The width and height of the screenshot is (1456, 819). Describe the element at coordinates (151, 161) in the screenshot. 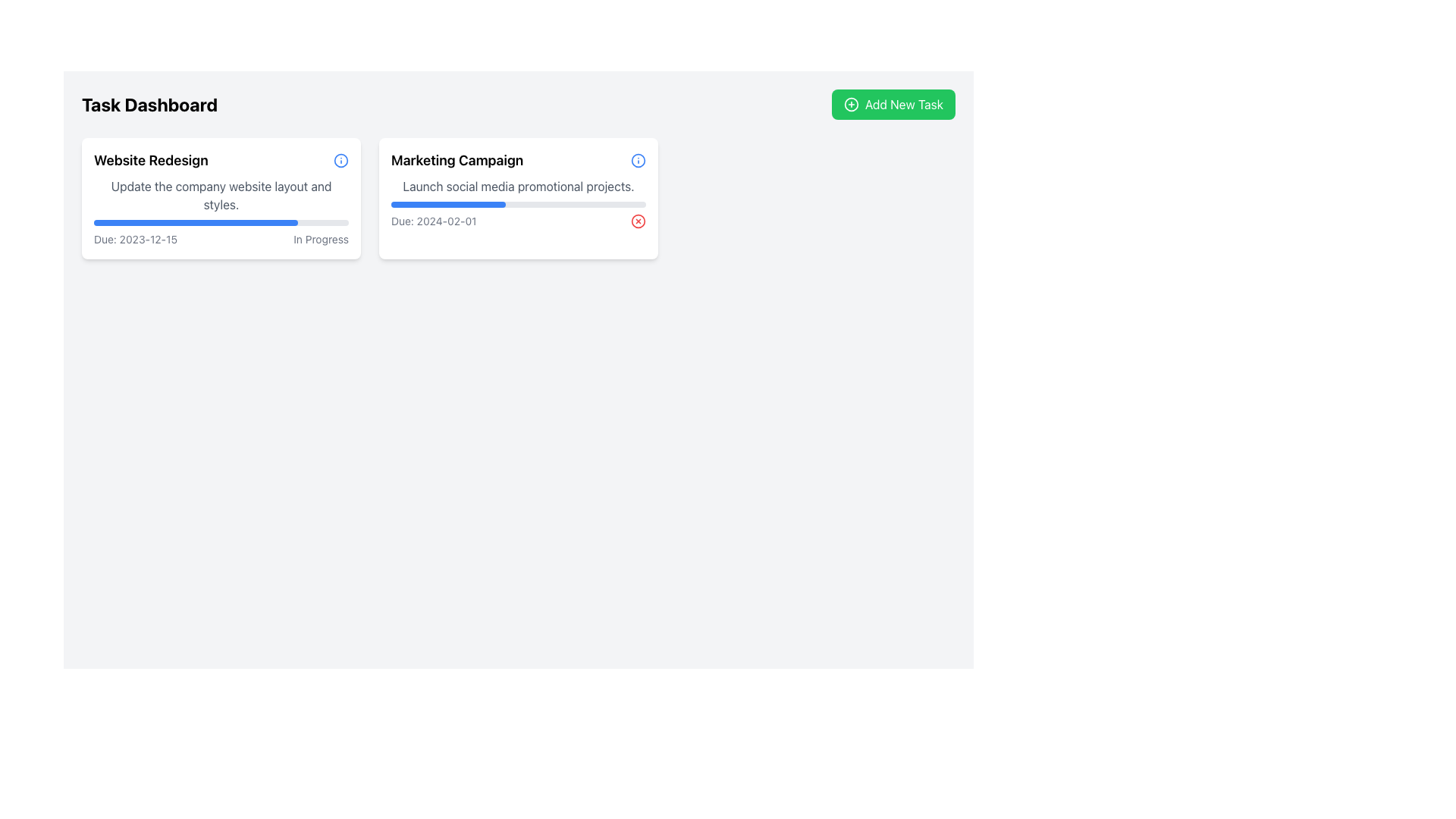

I see `the Text Label at the top-left corner of the task card which identifies the task` at that location.